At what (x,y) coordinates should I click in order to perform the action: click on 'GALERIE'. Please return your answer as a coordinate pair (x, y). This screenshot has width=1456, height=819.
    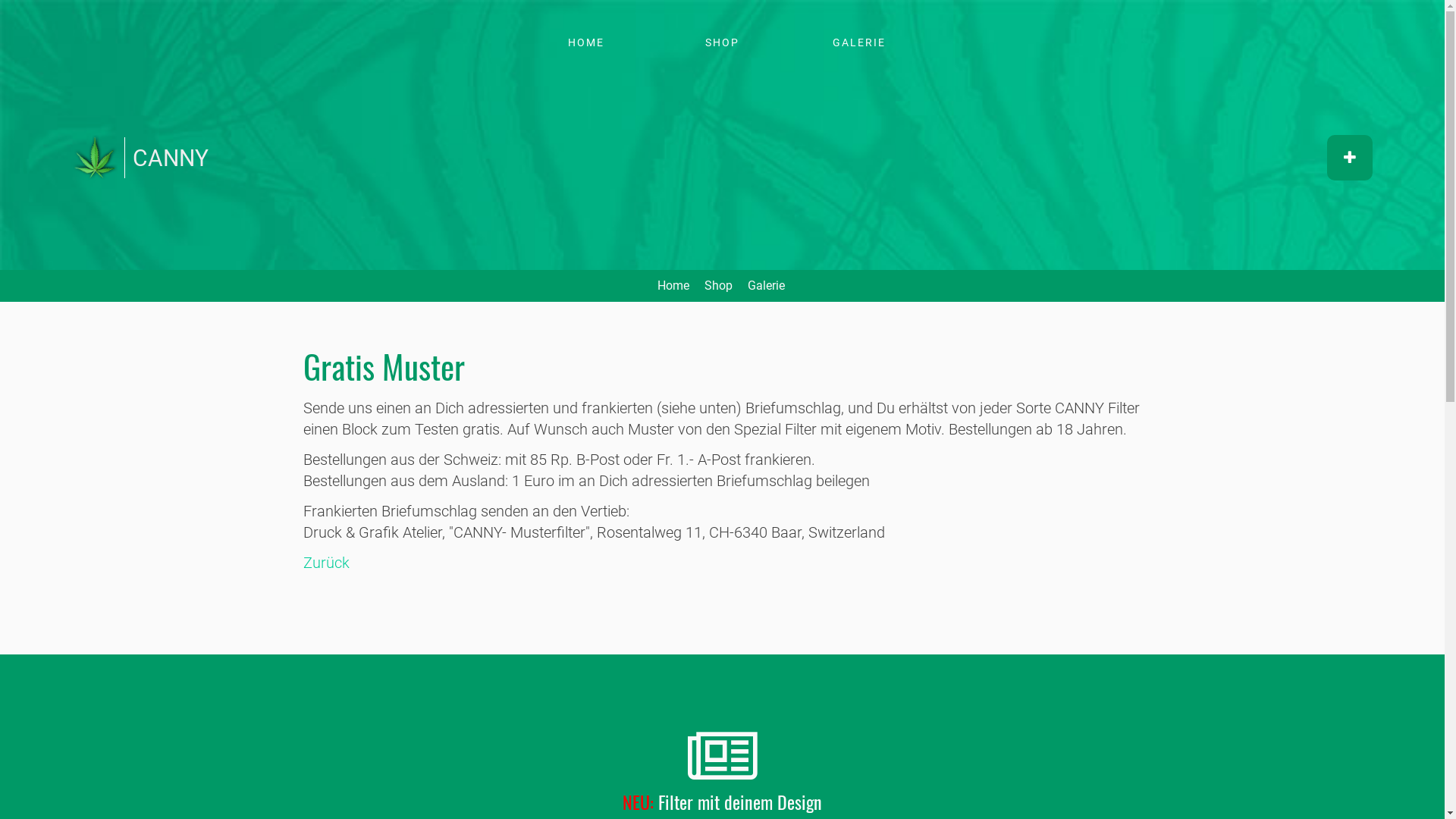
    Looking at the image, I should click on (796, 42).